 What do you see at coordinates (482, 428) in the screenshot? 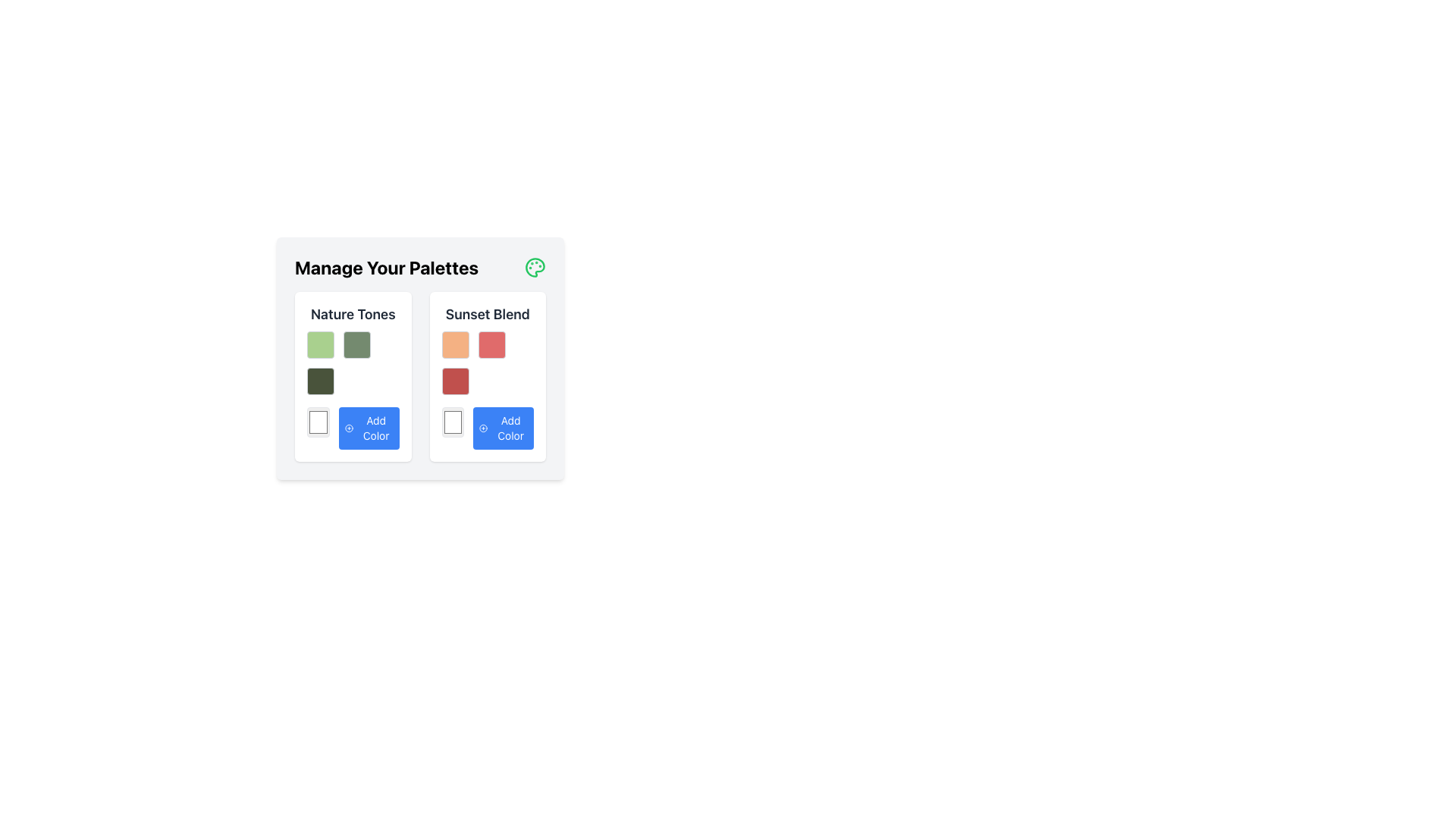
I see `the Circular SVG shape that serves as the base for the '+' icon in the 'Manage Your Palettes' interface, located at the bottom right` at bounding box center [482, 428].